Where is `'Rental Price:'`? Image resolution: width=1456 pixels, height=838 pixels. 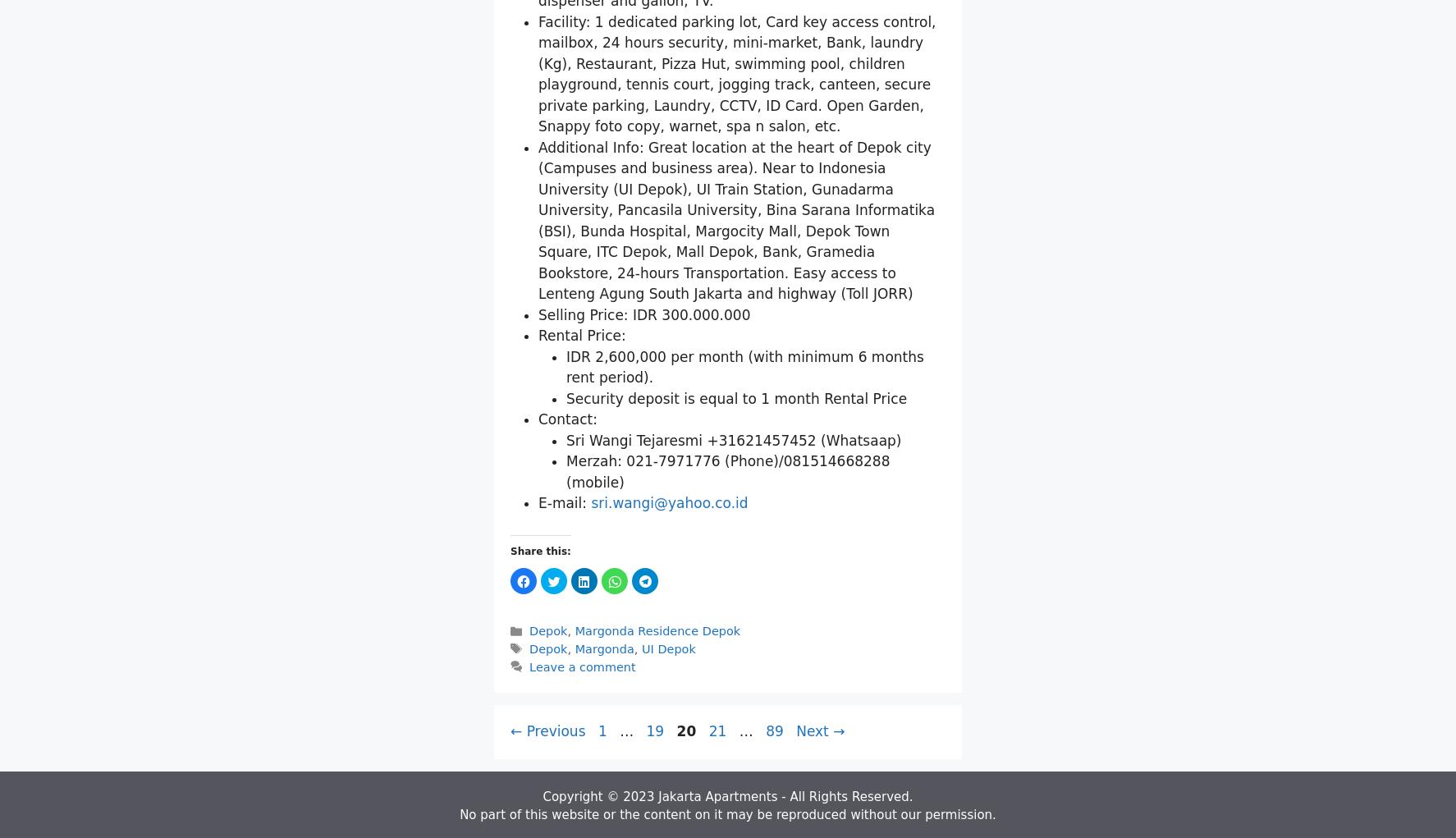
'Rental Price:' is located at coordinates (582, 526).